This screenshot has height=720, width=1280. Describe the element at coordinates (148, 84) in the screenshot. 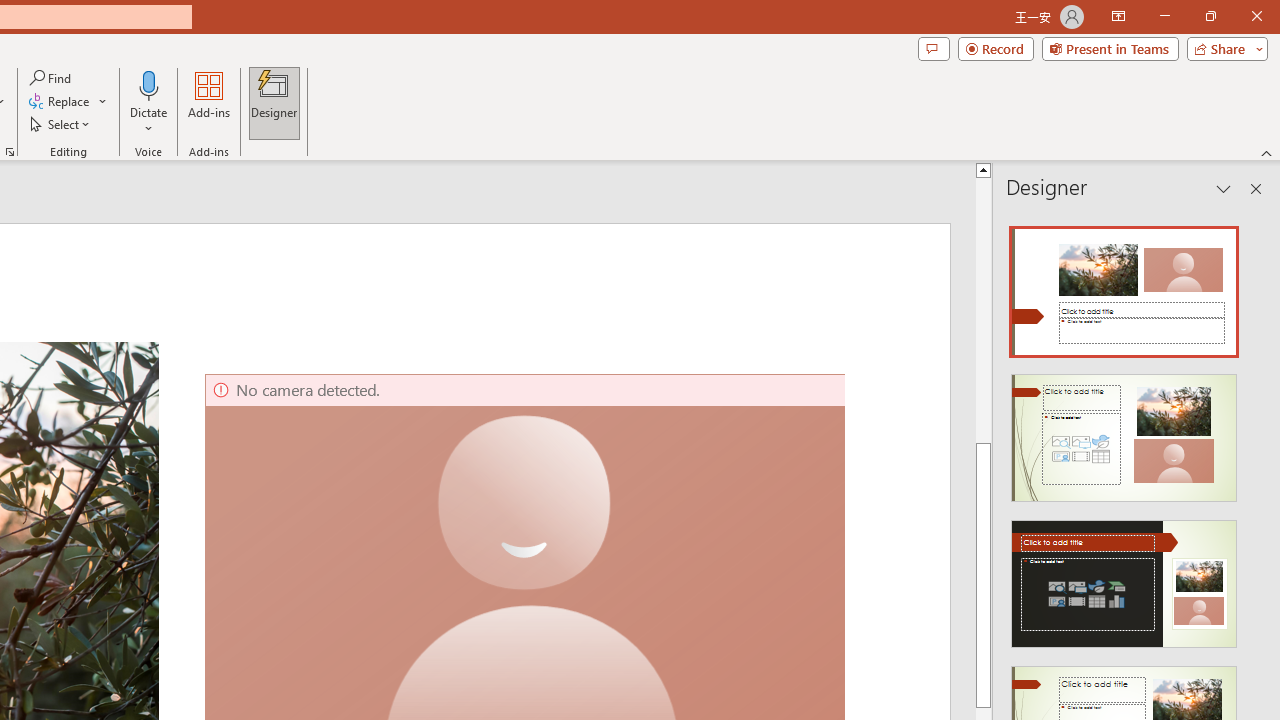

I see `'Dictate'` at that location.